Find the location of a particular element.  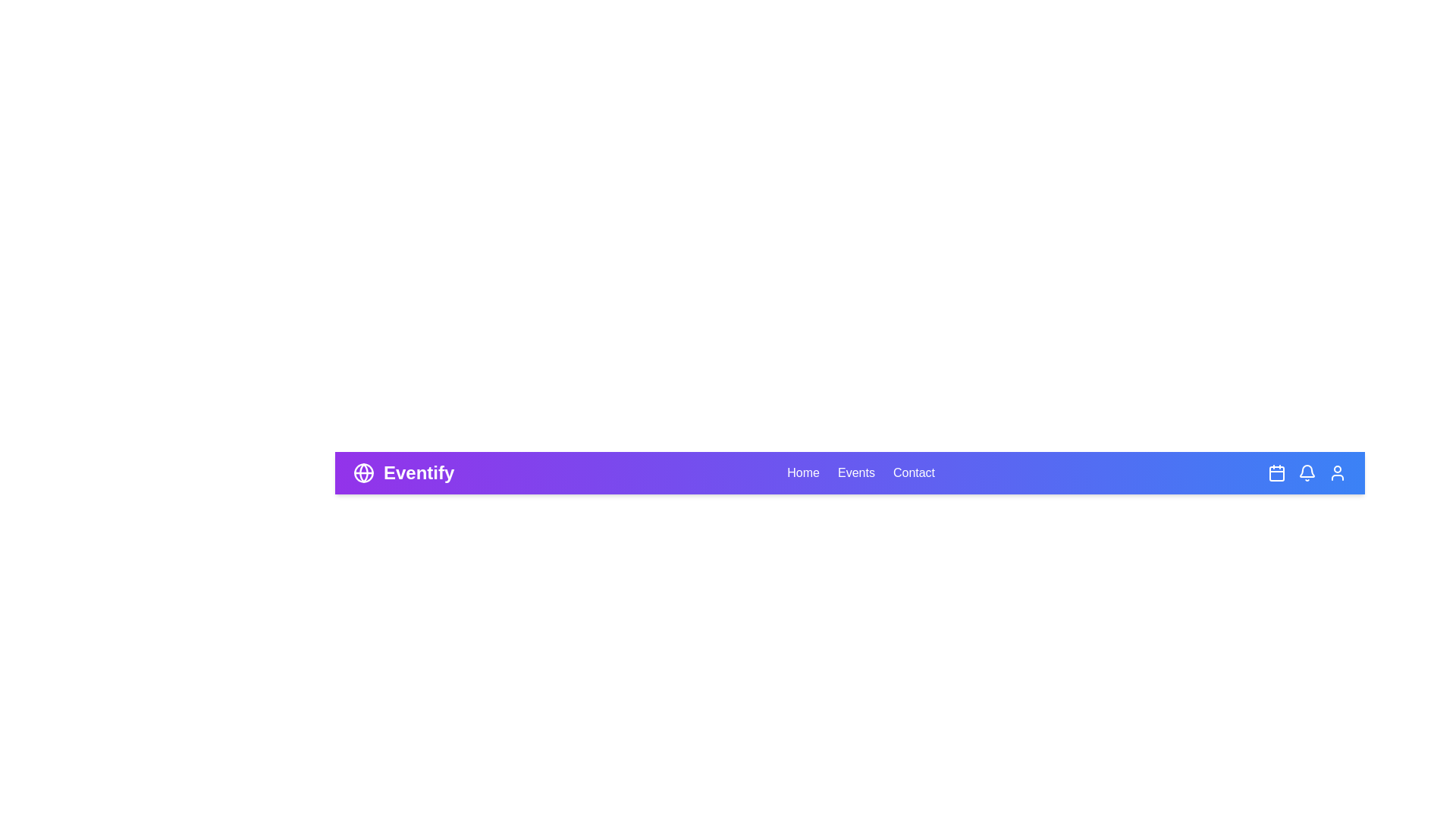

the calendar icon to view or manage the calendar is located at coordinates (1276, 472).